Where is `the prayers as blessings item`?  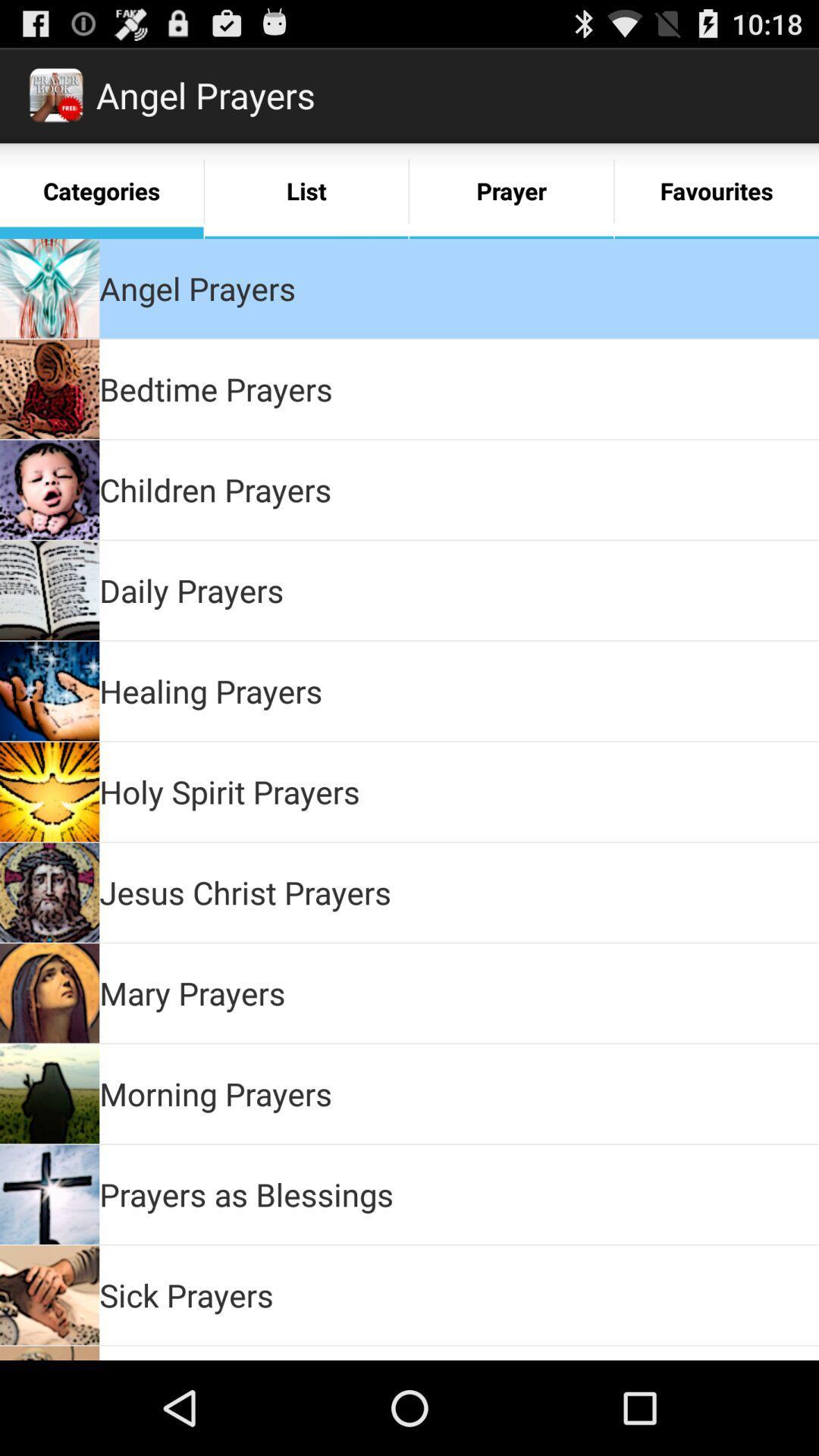 the prayers as blessings item is located at coordinates (246, 1193).